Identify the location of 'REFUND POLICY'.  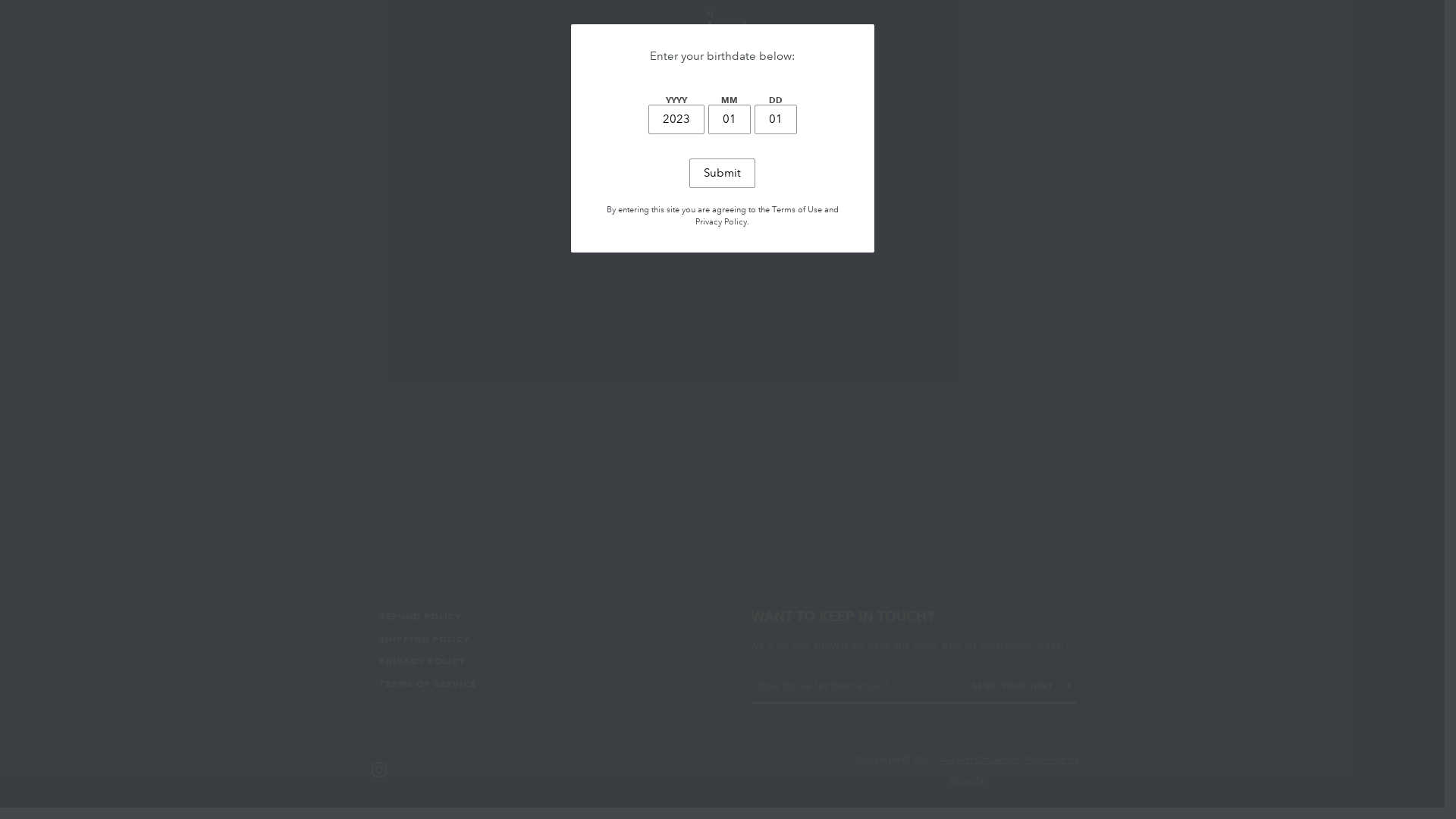
(420, 616).